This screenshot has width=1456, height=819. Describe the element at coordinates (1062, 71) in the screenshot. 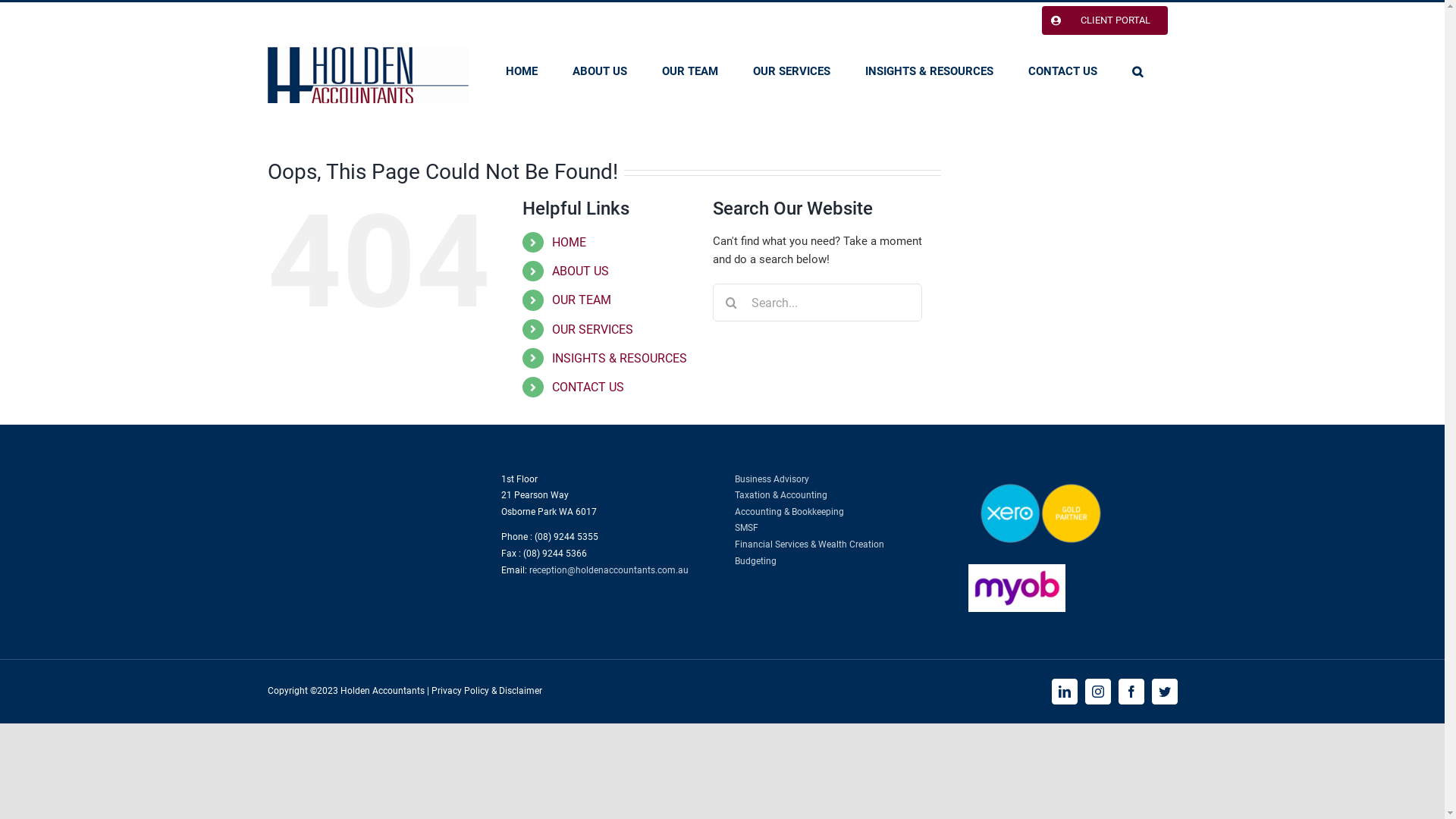

I see `'CONTACT US'` at that location.